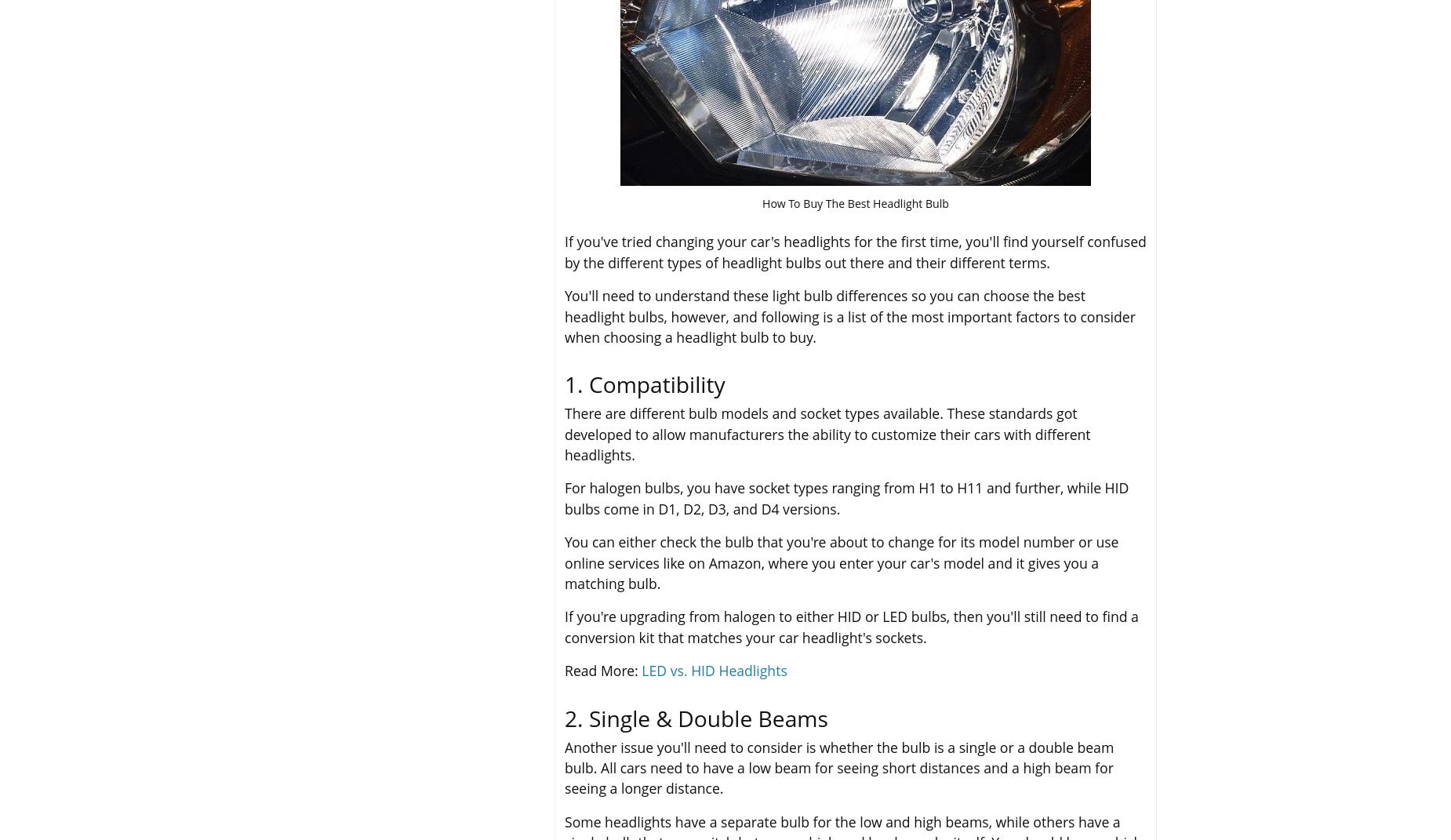 This screenshot has height=840, width=1451. Describe the element at coordinates (827, 434) in the screenshot. I see `'There are different bulb models and socket types available. These standards got developed to allow manufacturers the ability to customize their cars with different headlights.'` at that location.